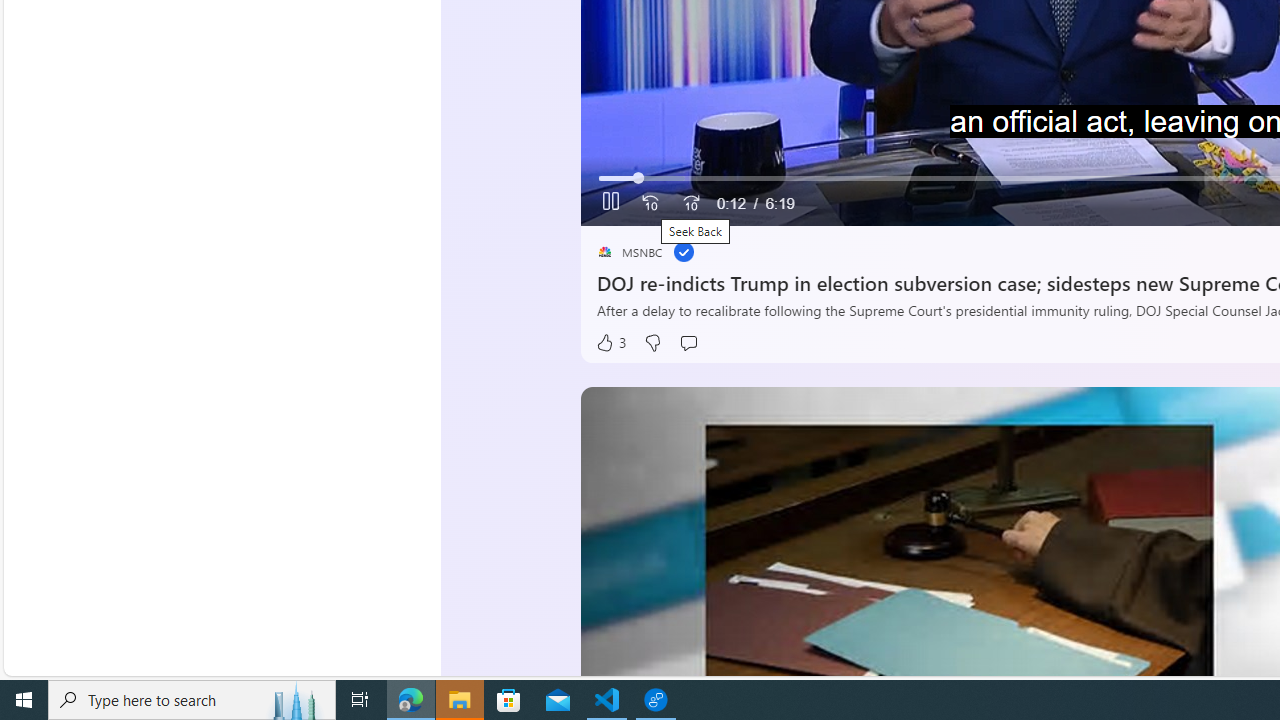  Describe the element at coordinates (610, 342) in the screenshot. I see `'3 Like'` at that location.